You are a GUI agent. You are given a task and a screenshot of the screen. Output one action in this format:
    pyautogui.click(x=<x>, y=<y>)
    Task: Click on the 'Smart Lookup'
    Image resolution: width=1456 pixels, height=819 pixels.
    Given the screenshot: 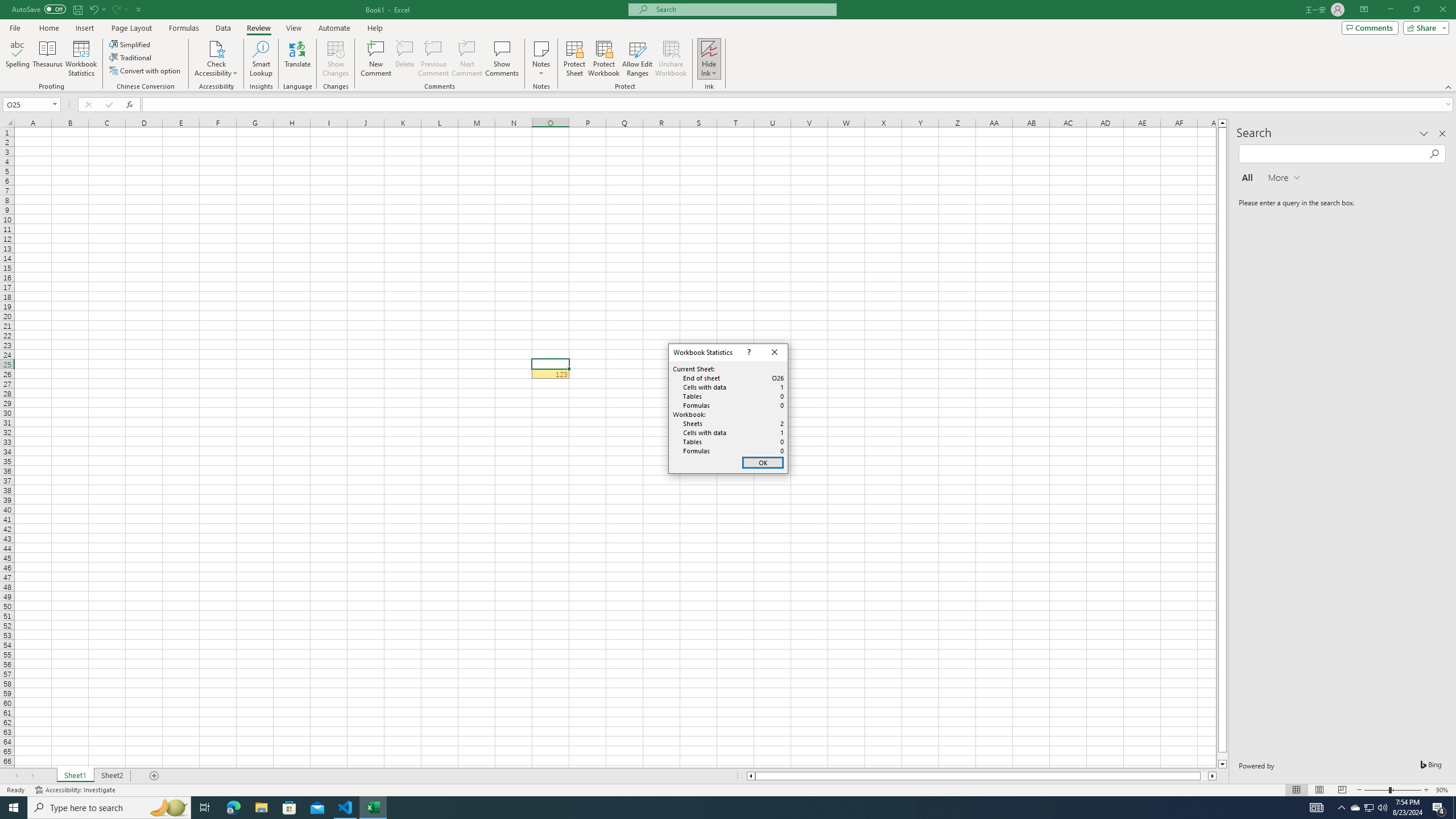 What is the action you would take?
    pyautogui.click(x=260, y=59)
    